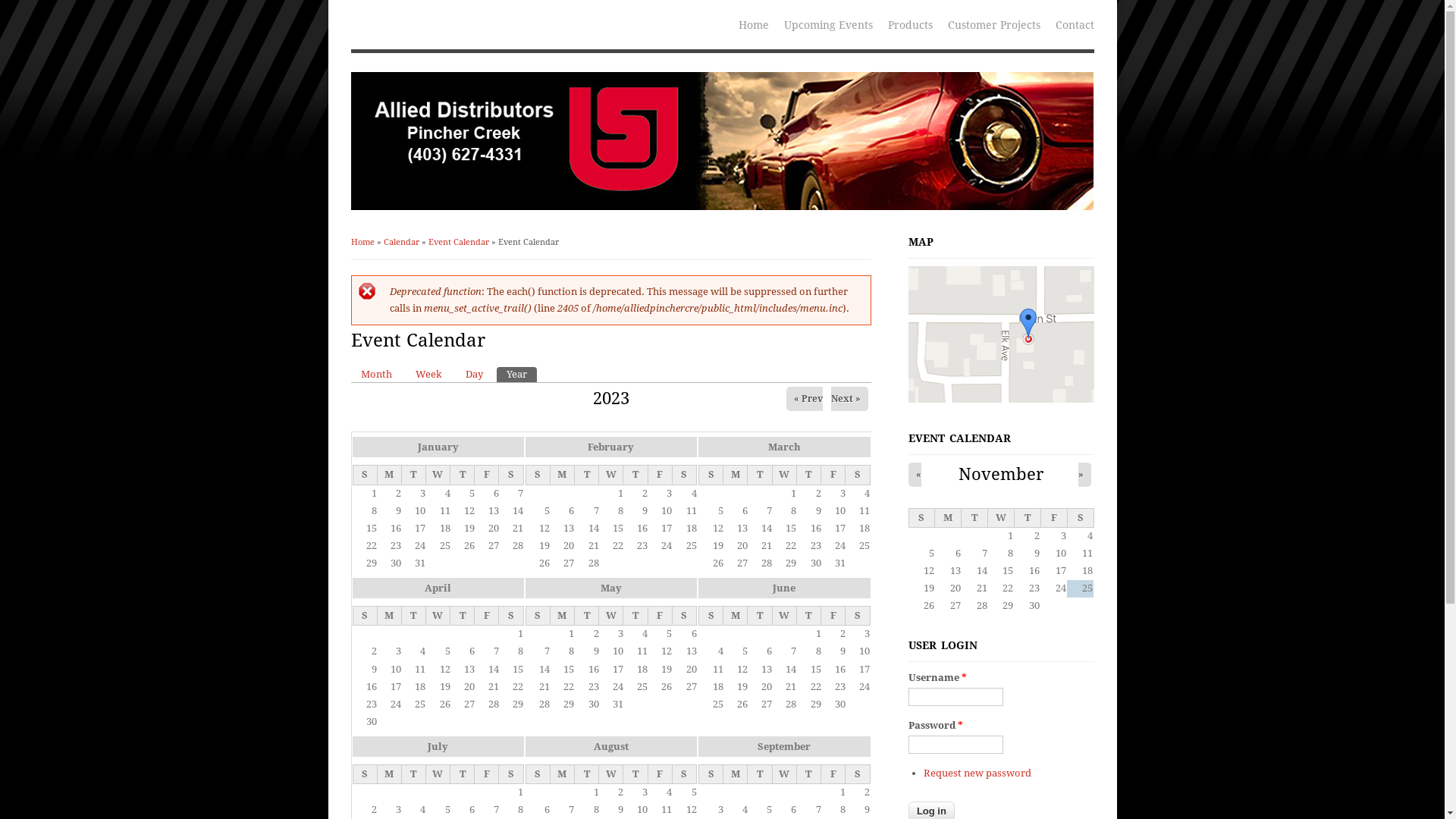  I want to click on 'Calendar', so click(383, 241).